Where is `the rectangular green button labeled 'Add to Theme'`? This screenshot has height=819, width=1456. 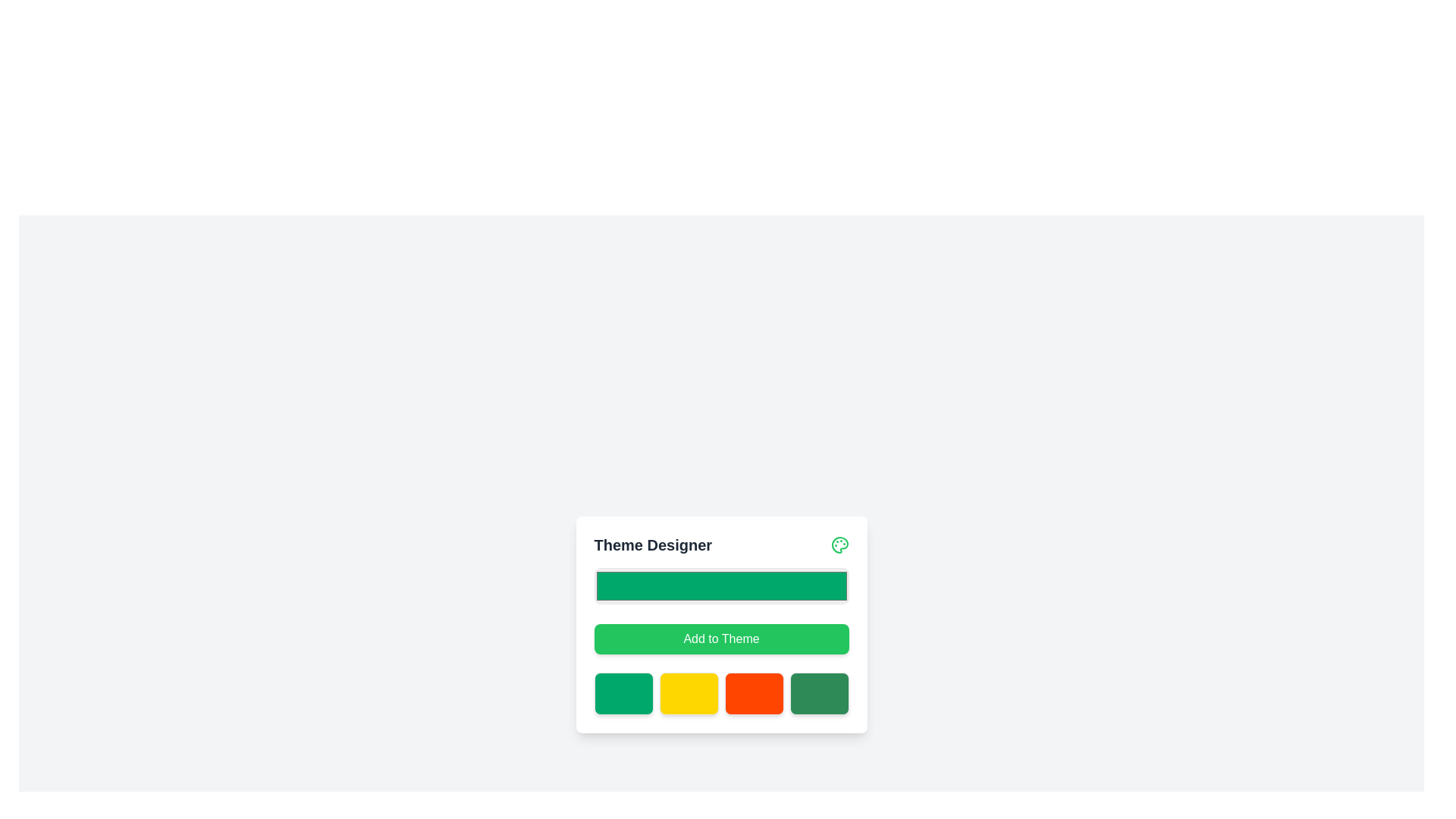
the rectangular green button labeled 'Add to Theme' is located at coordinates (720, 625).